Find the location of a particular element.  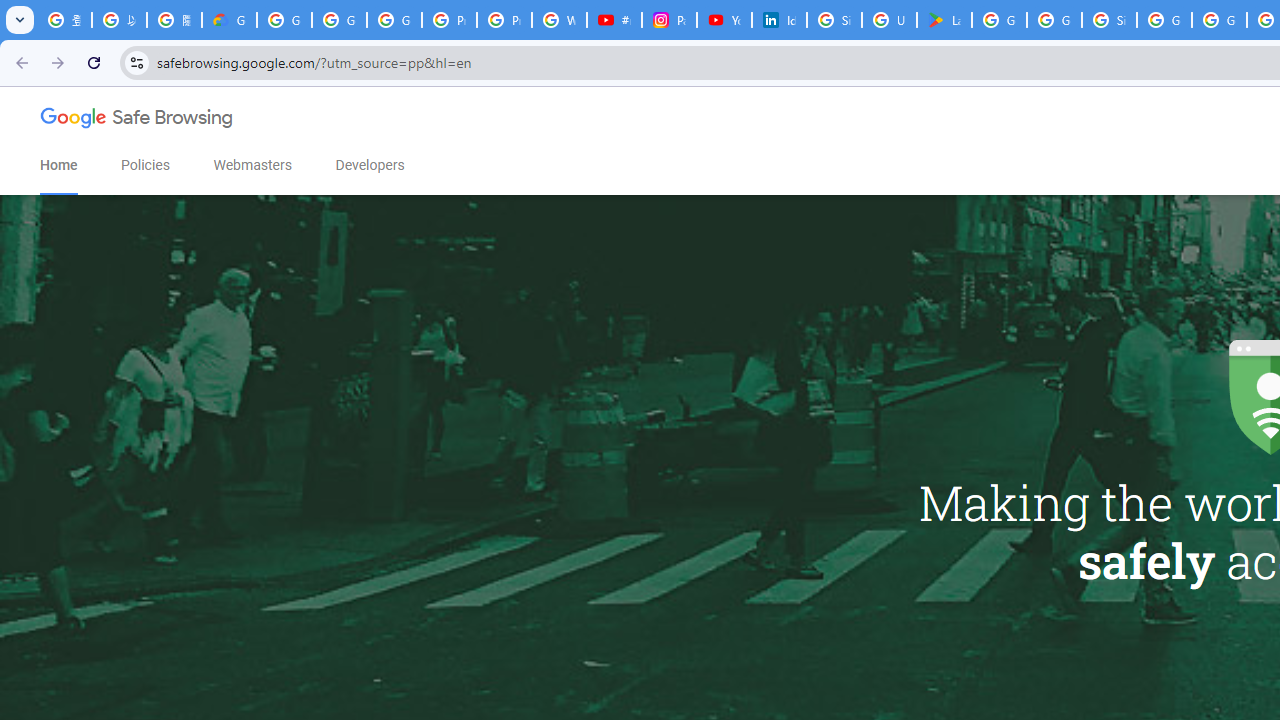

'Webmasters' is located at coordinates (251, 164).